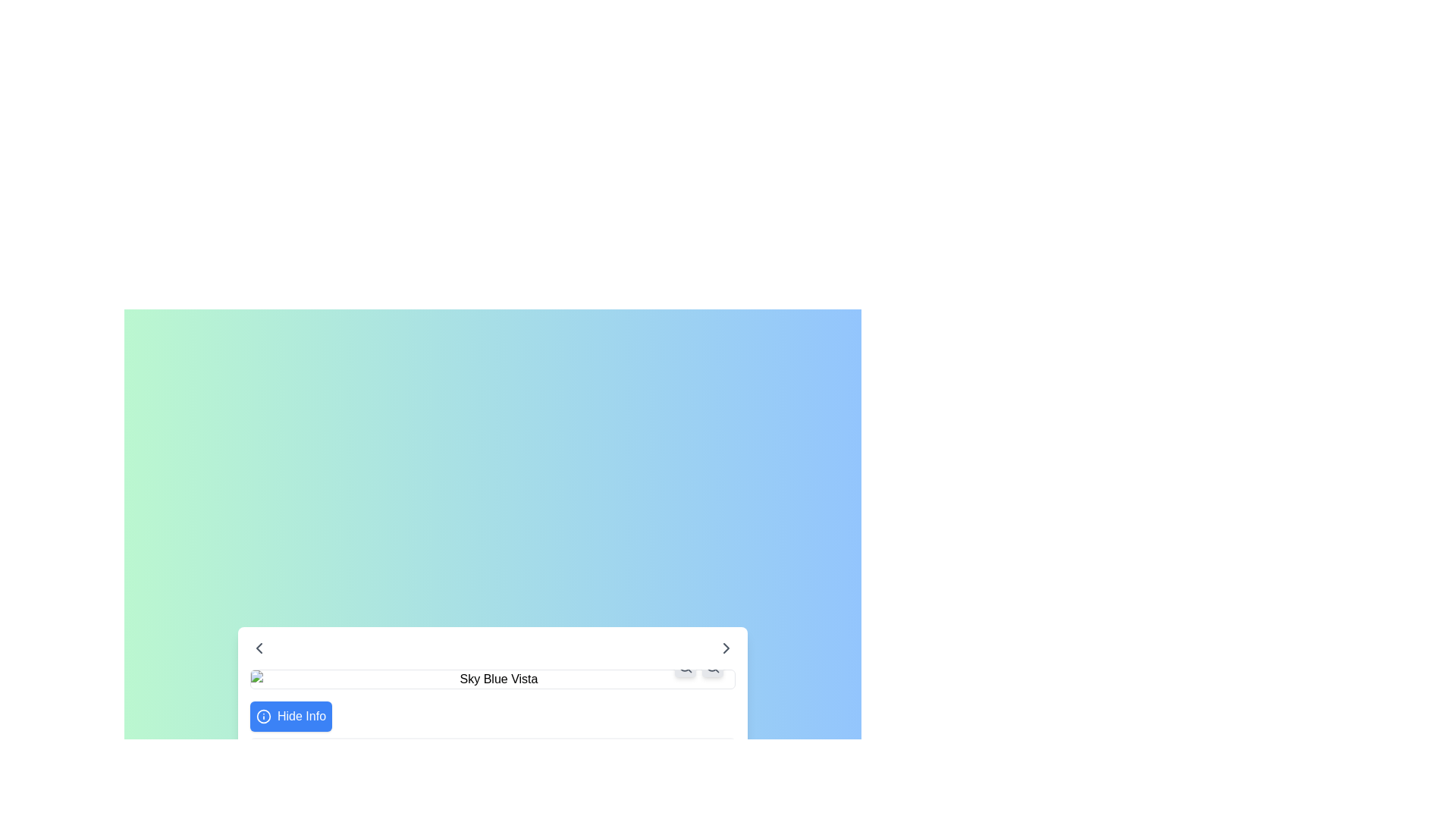 This screenshot has width=1456, height=819. What do you see at coordinates (302, 717) in the screenshot?
I see `the text label of the button that informs users about hiding additional information, which is centrally located within the button area and visually represented with white text on a blue background` at bounding box center [302, 717].